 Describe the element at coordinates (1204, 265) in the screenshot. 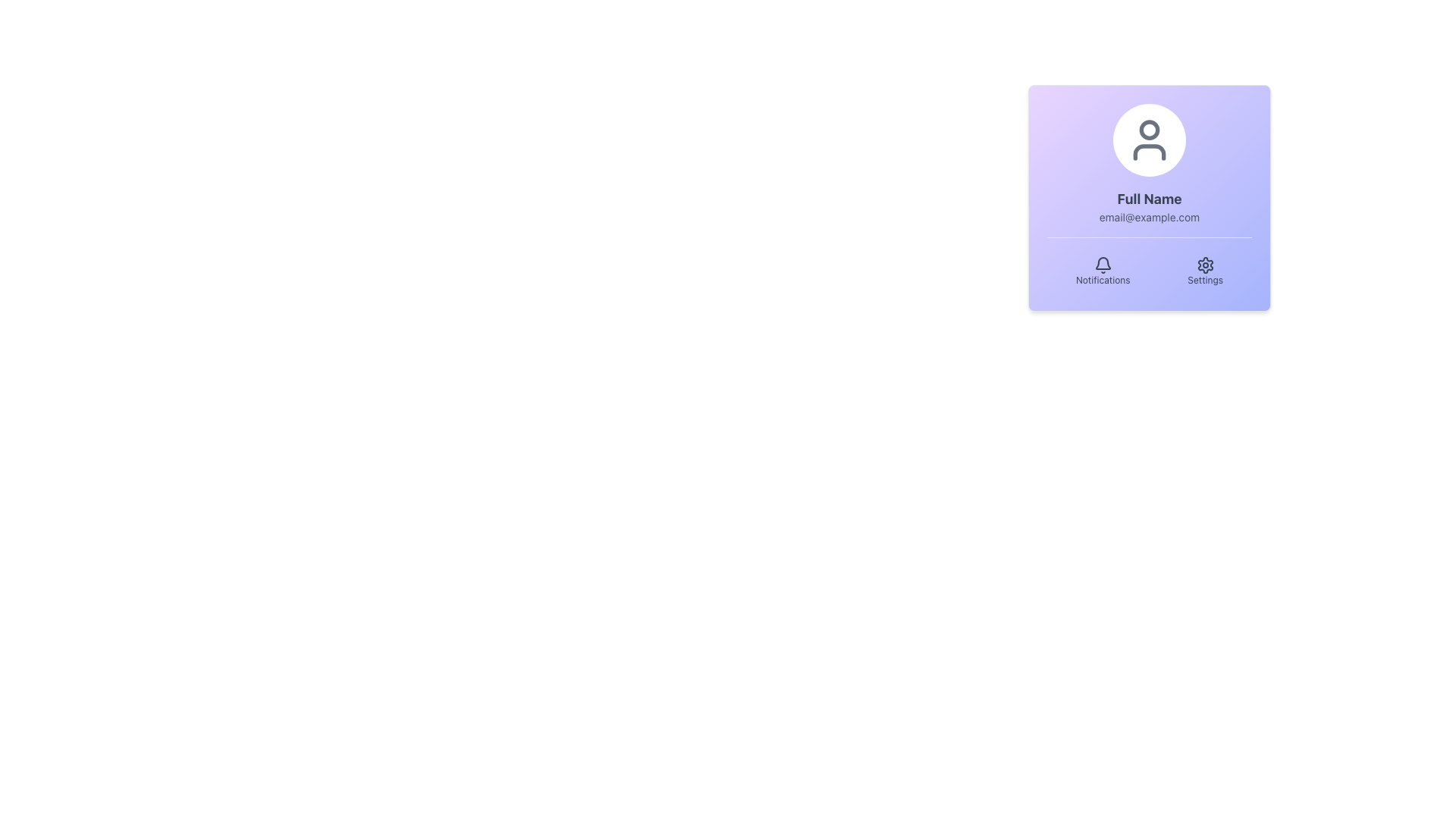

I see `the gear-shaped icon located at the bottom-right corner of the card interface` at that location.